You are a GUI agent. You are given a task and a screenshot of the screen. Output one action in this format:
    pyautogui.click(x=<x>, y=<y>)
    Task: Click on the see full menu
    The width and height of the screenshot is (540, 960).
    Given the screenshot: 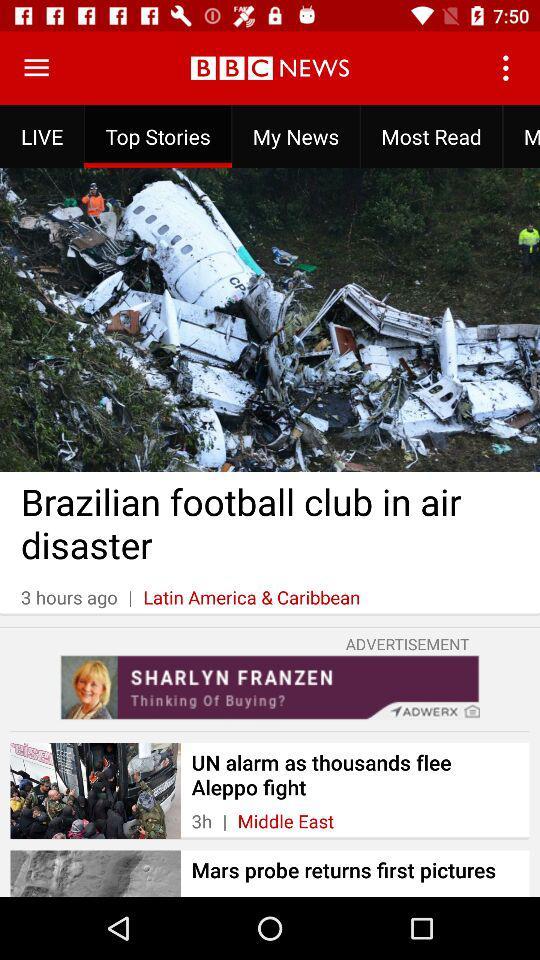 What is the action you would take?
    pyautogui.click(x=36, y=68)
    